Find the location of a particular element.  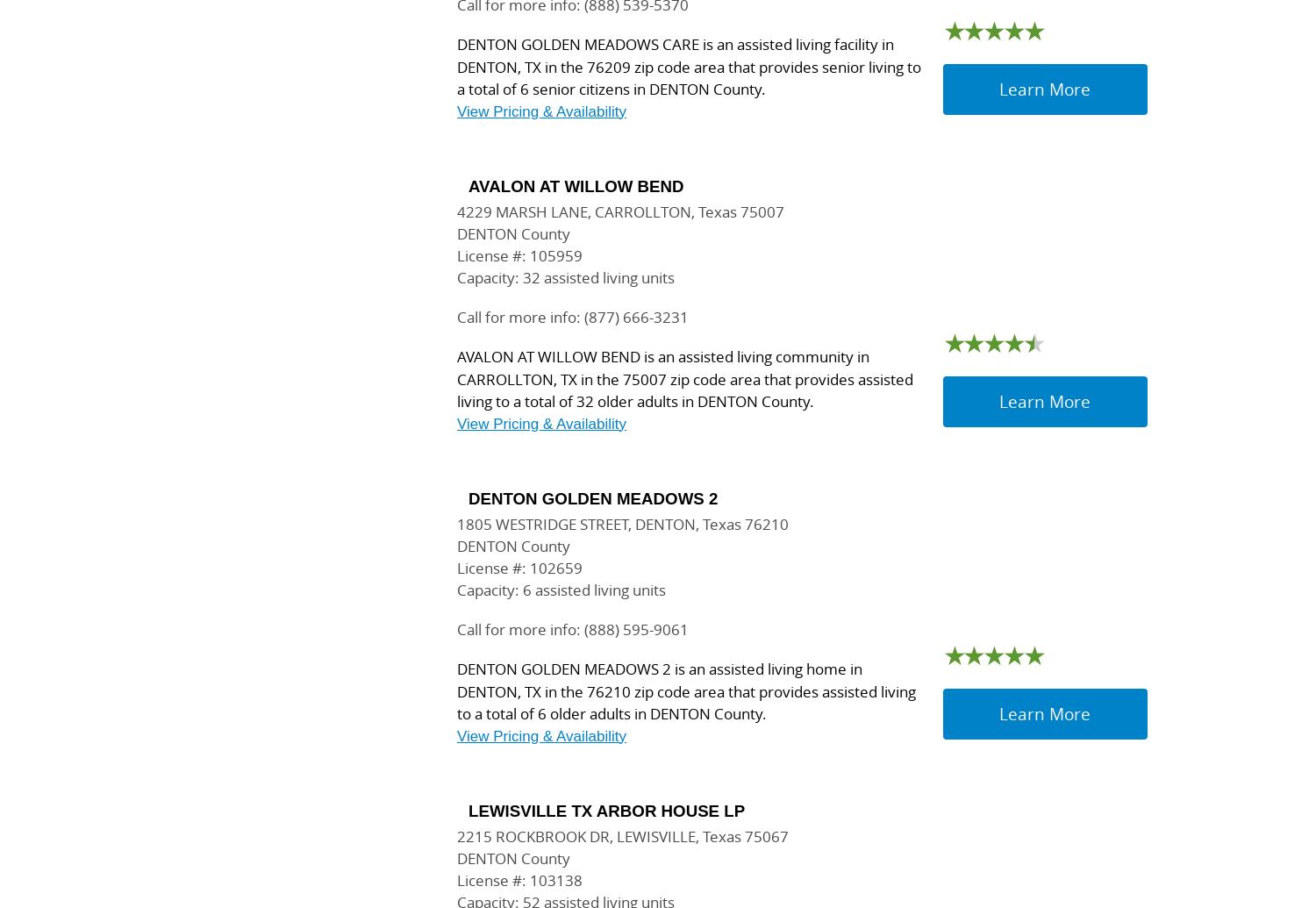

'DENTON GOLDEN MEADOWS CARE is an assisted living facility in DENTON, TX in the 76209 zip code area that provides senior living to a total of 6 senior citizens in DENTON County.' is located at coordinates (456, 66).